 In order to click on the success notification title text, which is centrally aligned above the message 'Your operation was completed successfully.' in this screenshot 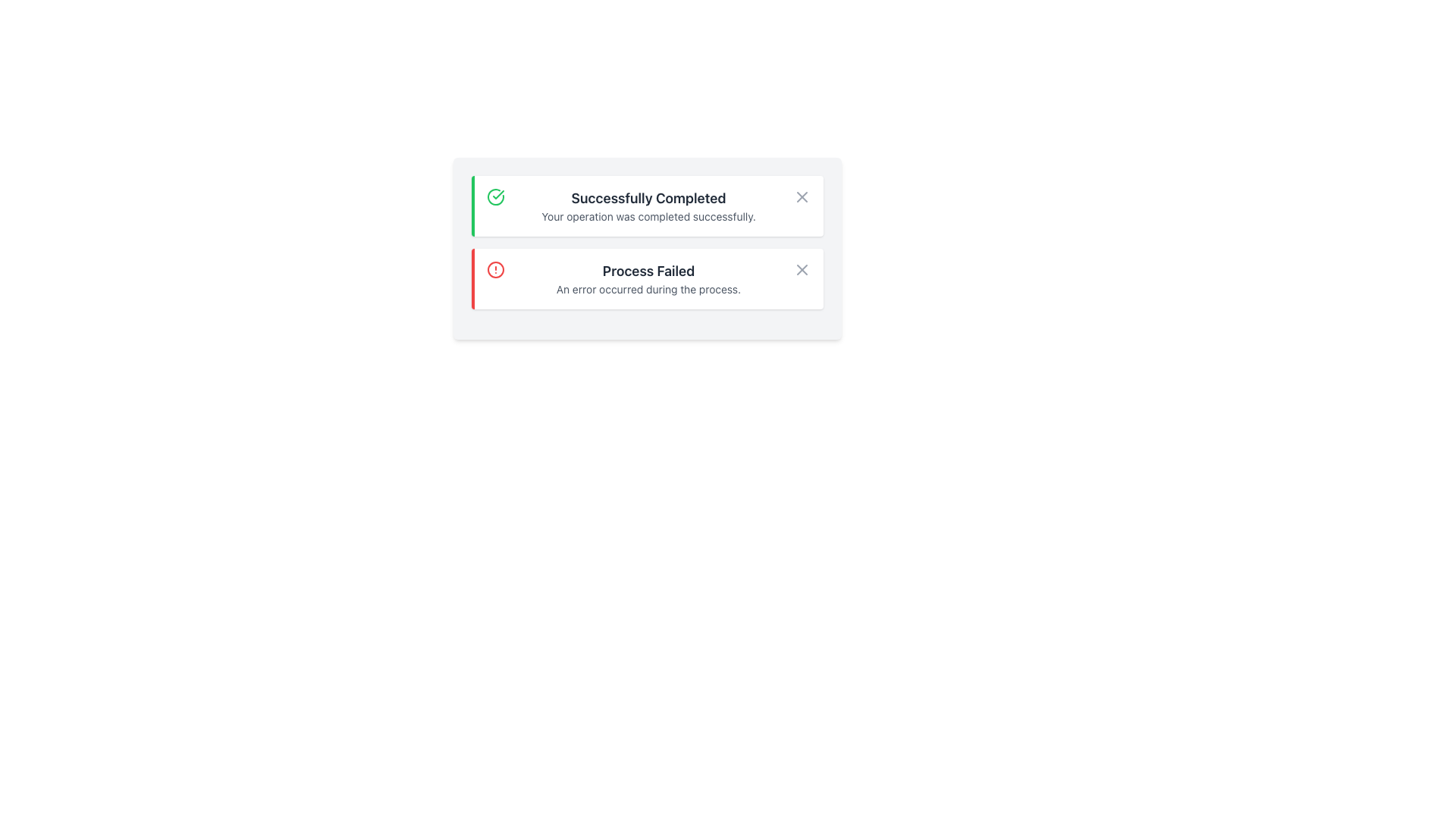, I will do `click(648, 198)`.